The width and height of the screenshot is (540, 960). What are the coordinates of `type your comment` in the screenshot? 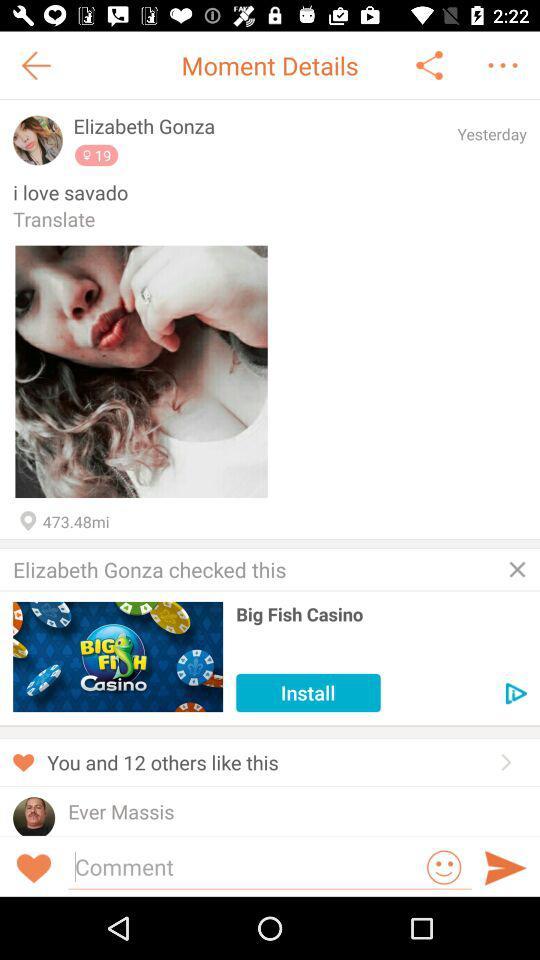 It's located at (245, 865).